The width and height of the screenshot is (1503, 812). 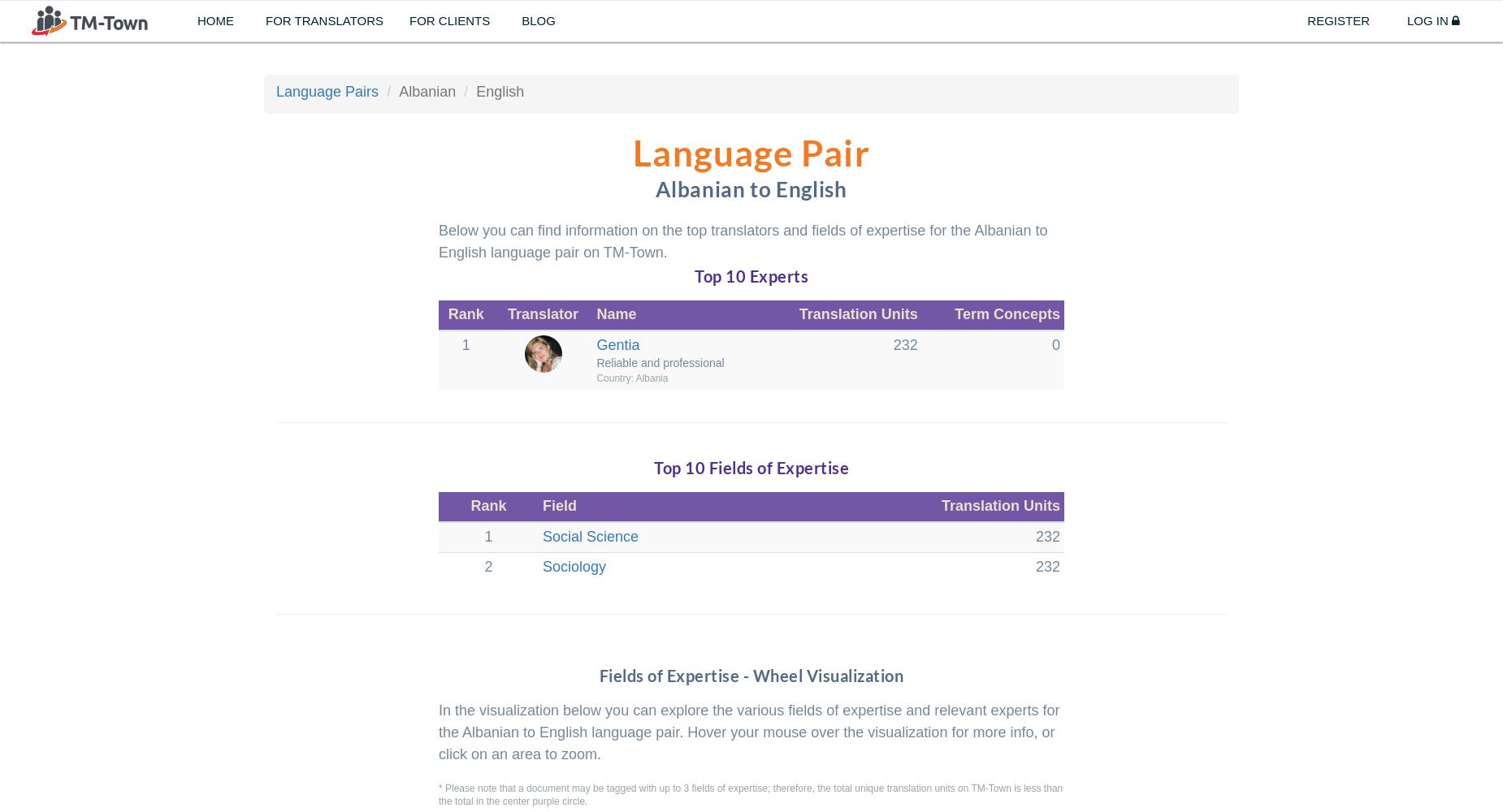 What do you see at coordinates (653, 467) in the screenshot?
I see `'Top 10 Fields of Expertise'` at bounding box center [653, 467].